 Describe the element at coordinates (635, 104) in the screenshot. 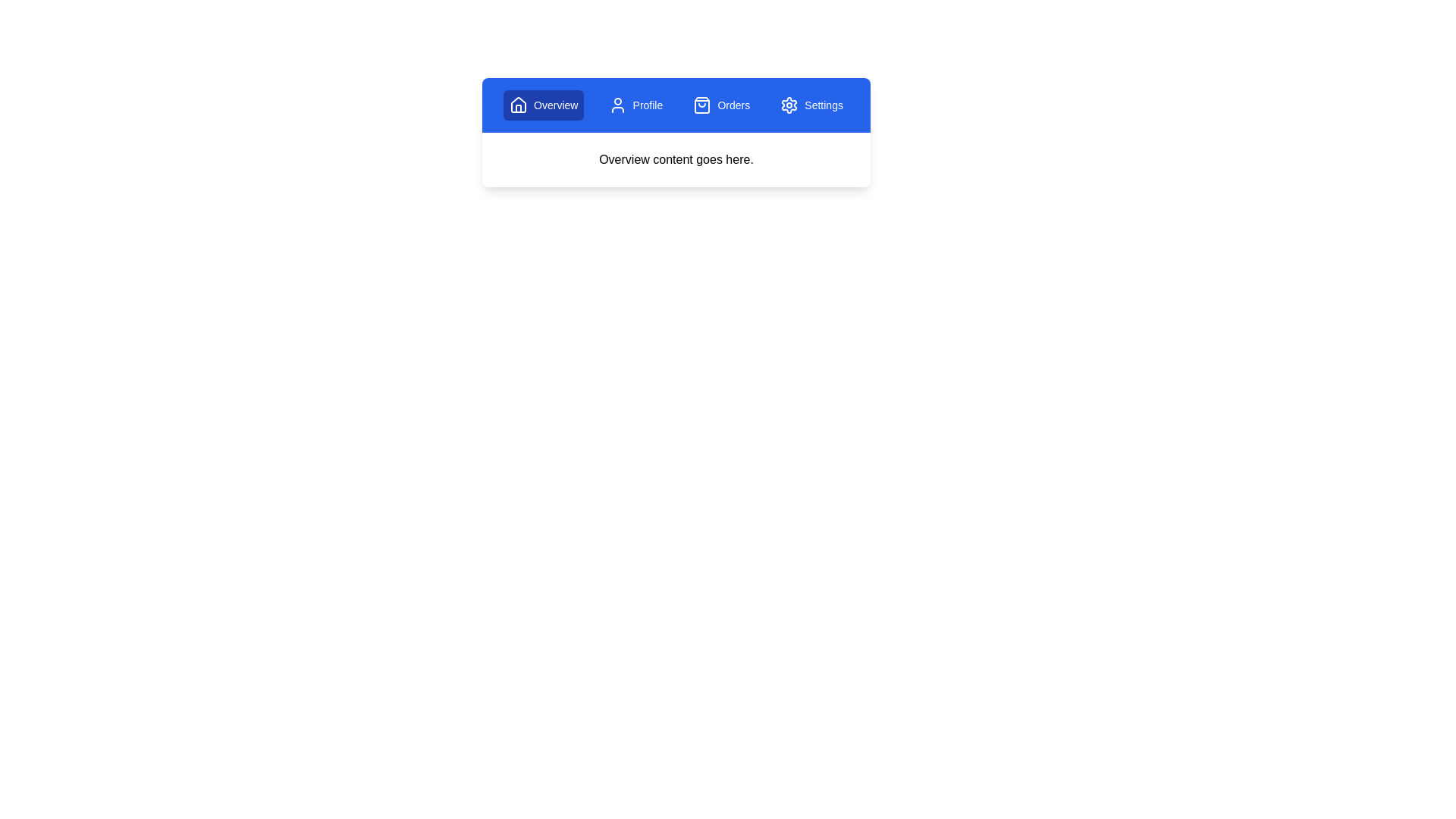

I see `the profile navigation button located in the navigation bar, which is the second item from the left` at that location.